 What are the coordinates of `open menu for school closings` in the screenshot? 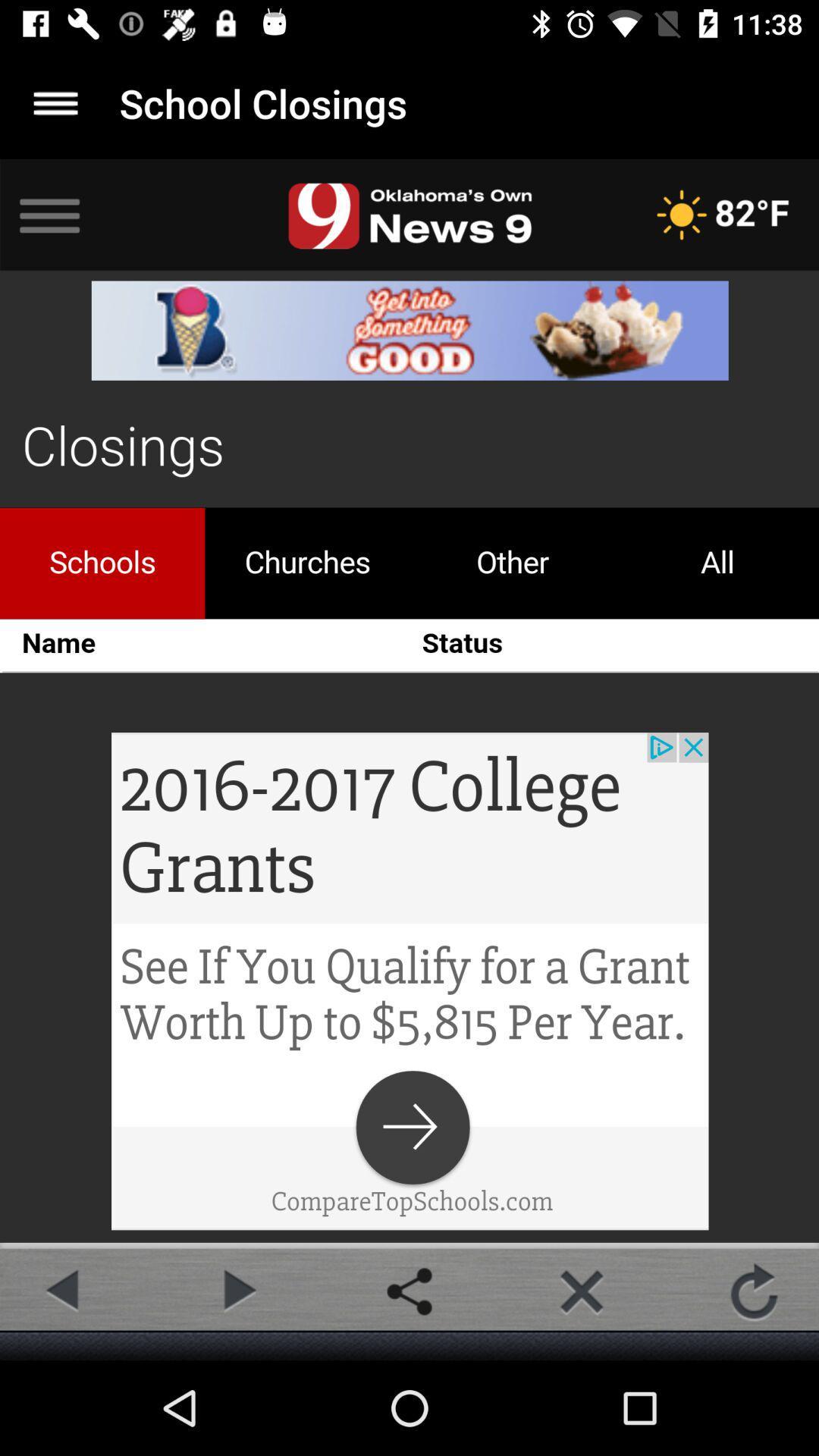 It's located at (55, 102).